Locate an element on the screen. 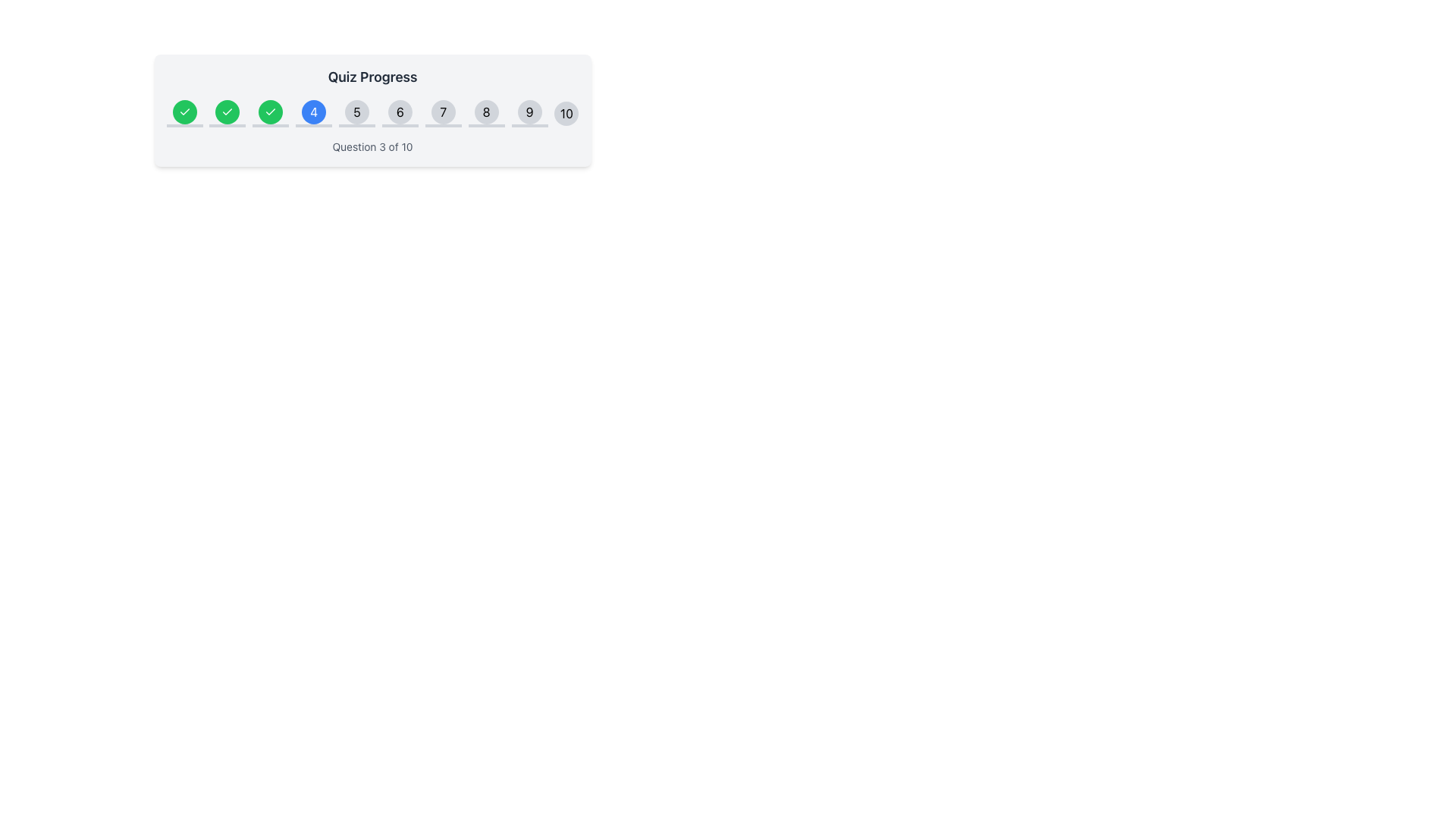  the progress bar segment that visually indicates the state corresponding to the number 7, located below the circular marker with the number 7 in the quiz progress indicator is located at coordinates (442, 124).